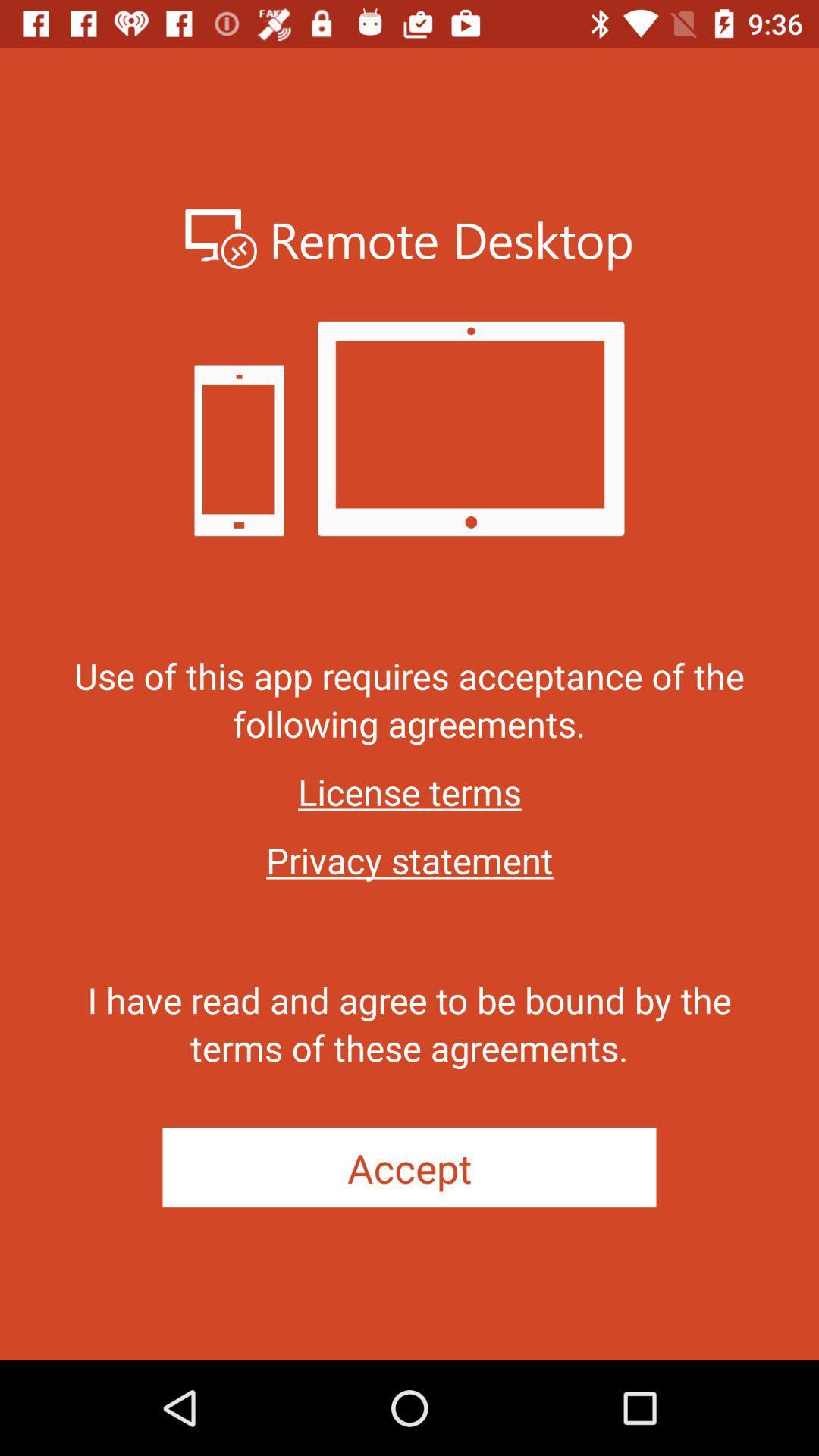 The width and height of the screenshot is (819, 1456). What do you see at coordinates (409, 860) in the screenshot?
I see `the privacy statement item` at bounding box center [409, 860].